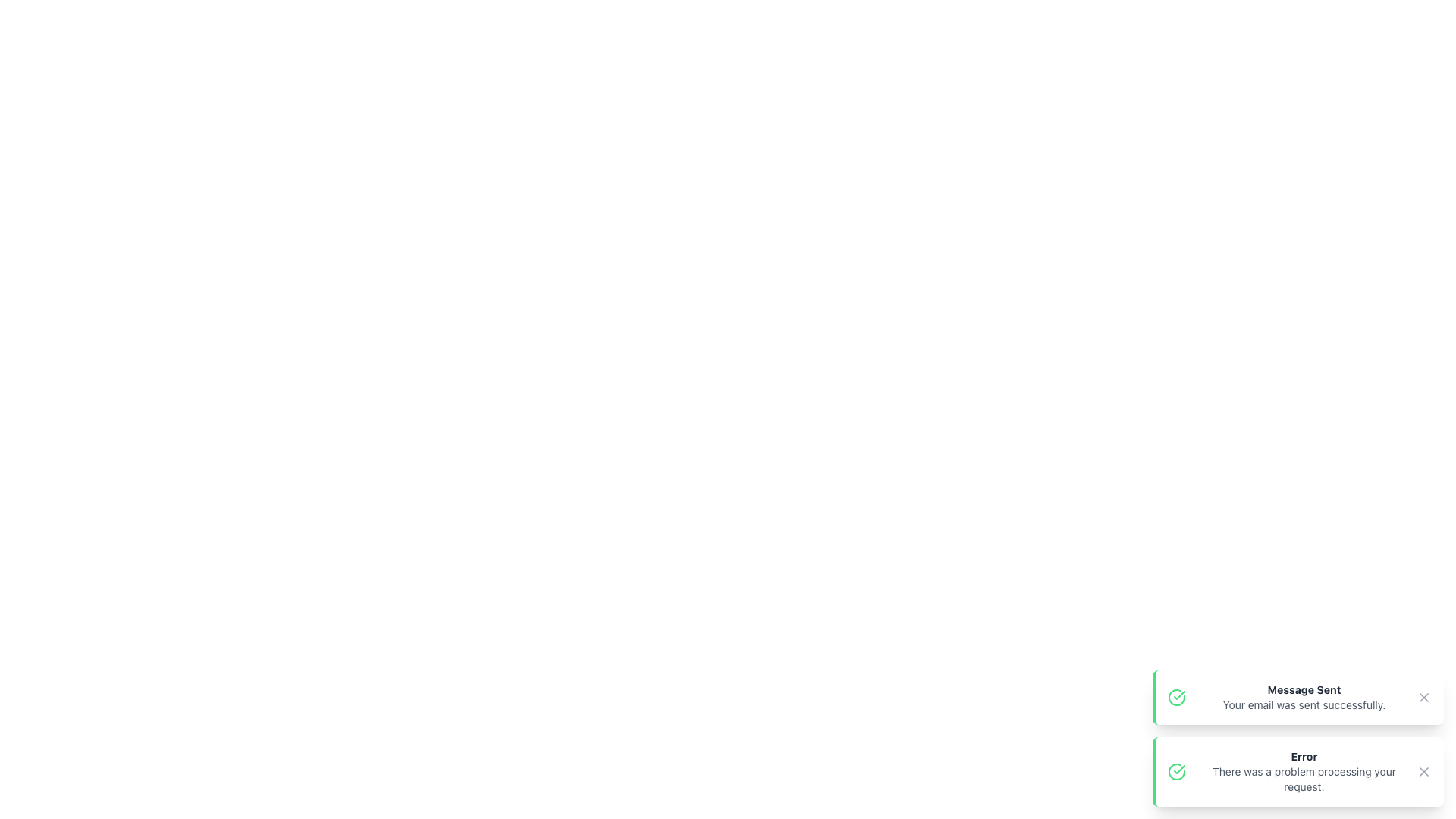 Image resolution: width=1456 pixels, height=819 pixels. I want to click on the confirmation message Text Label that indicates the email has been successfully sent, located below the 'Message Sent' text in the notification card, so click(1303, 704).